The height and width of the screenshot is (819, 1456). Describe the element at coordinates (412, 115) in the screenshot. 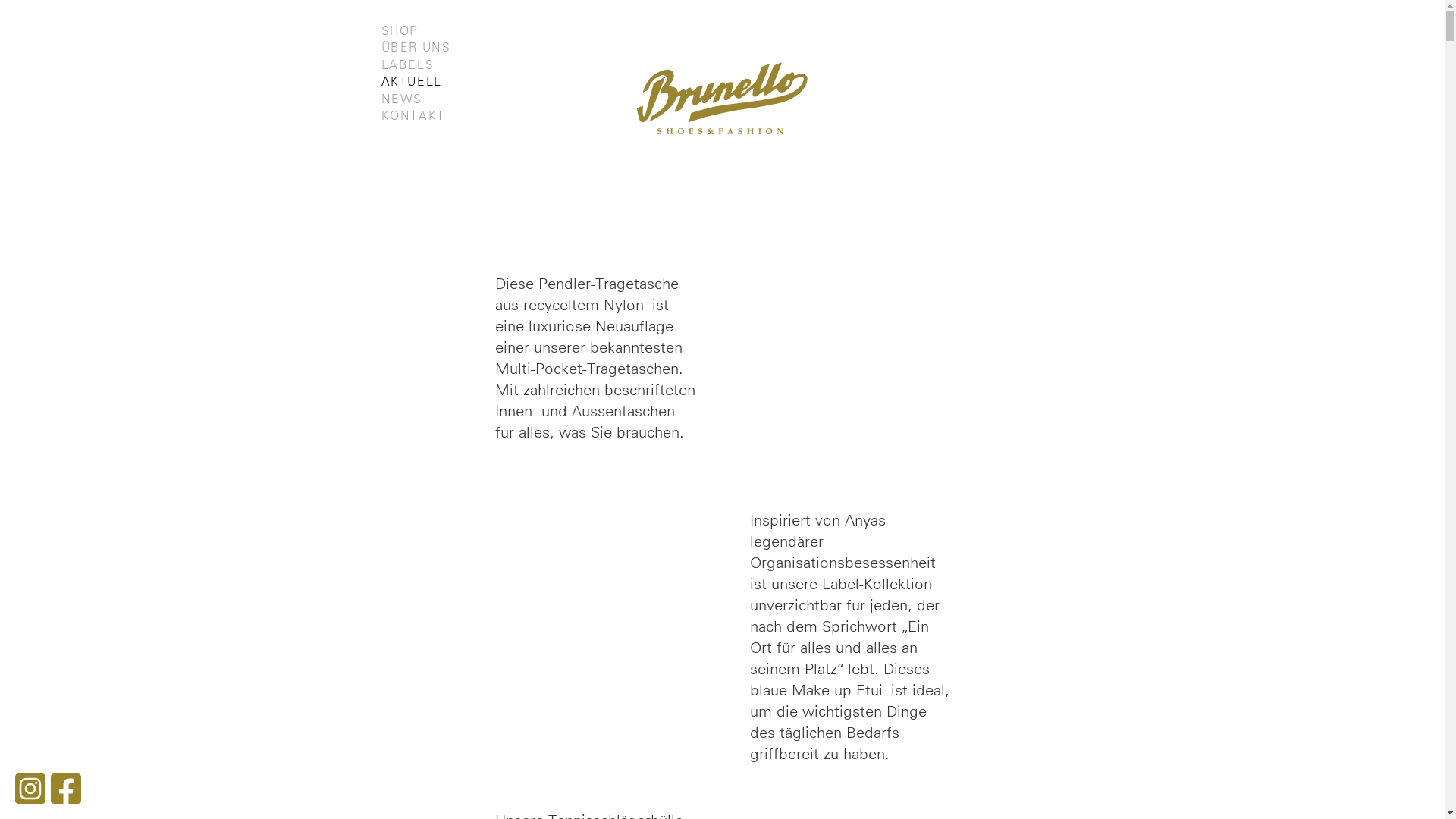

I see `'KONTAKT'` at that location.